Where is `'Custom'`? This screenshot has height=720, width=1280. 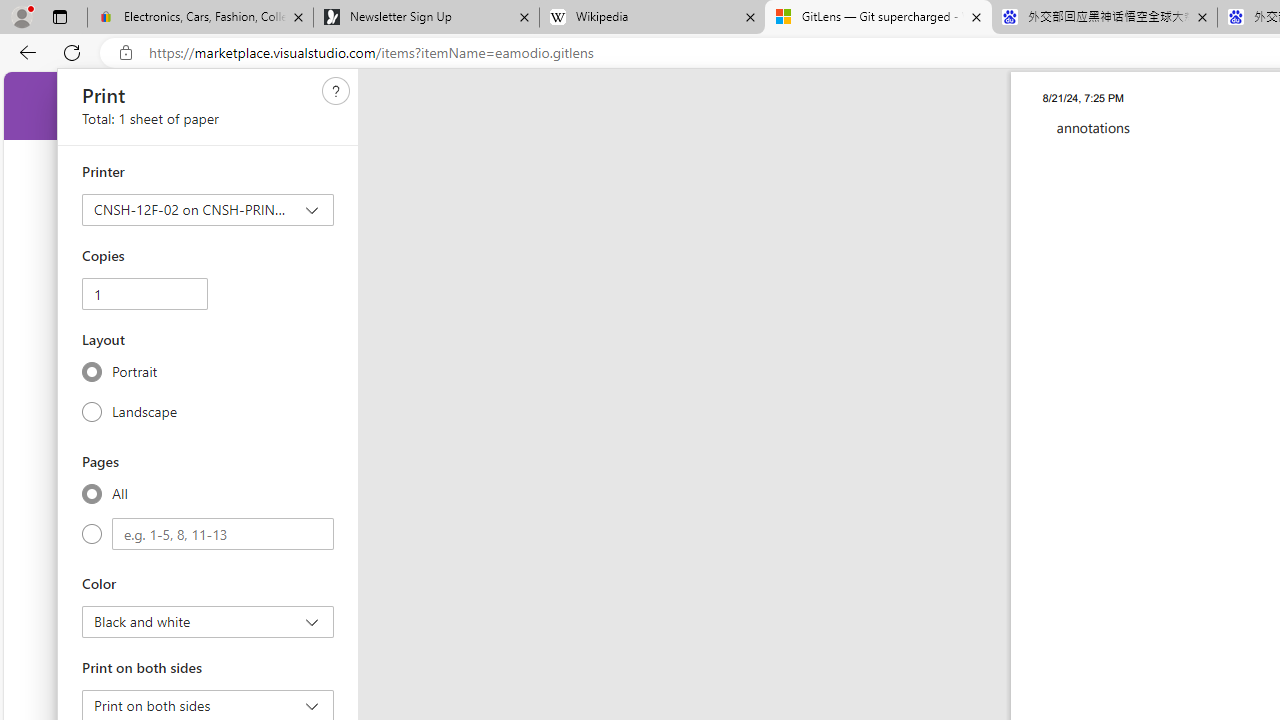 'Custom' is located at coordinates (91, 533).